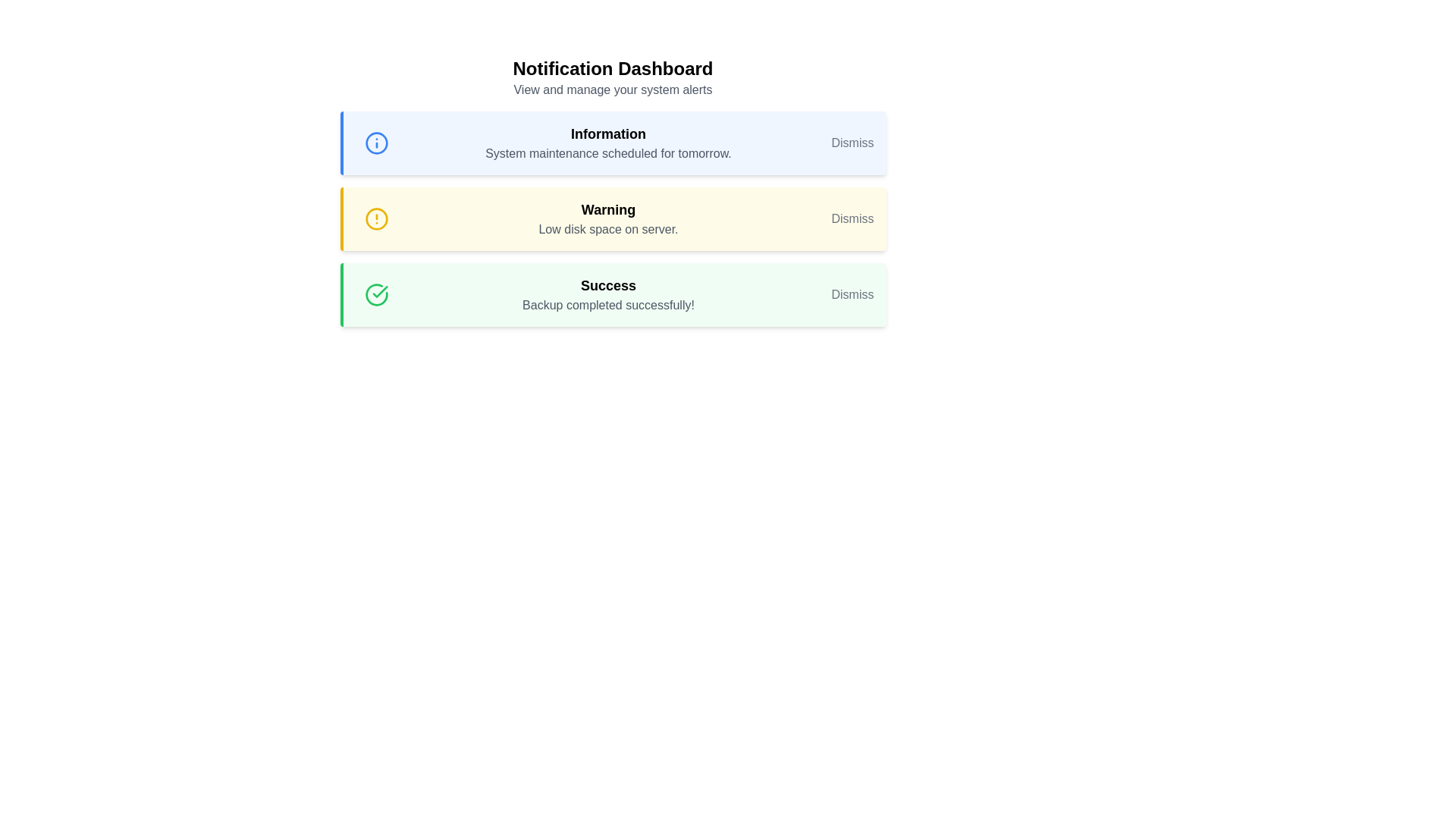  I want to click on the 'Dismiss' link styled button located at the top-right corner of the 'Information' notification card to change its text color, so click(852, 143).